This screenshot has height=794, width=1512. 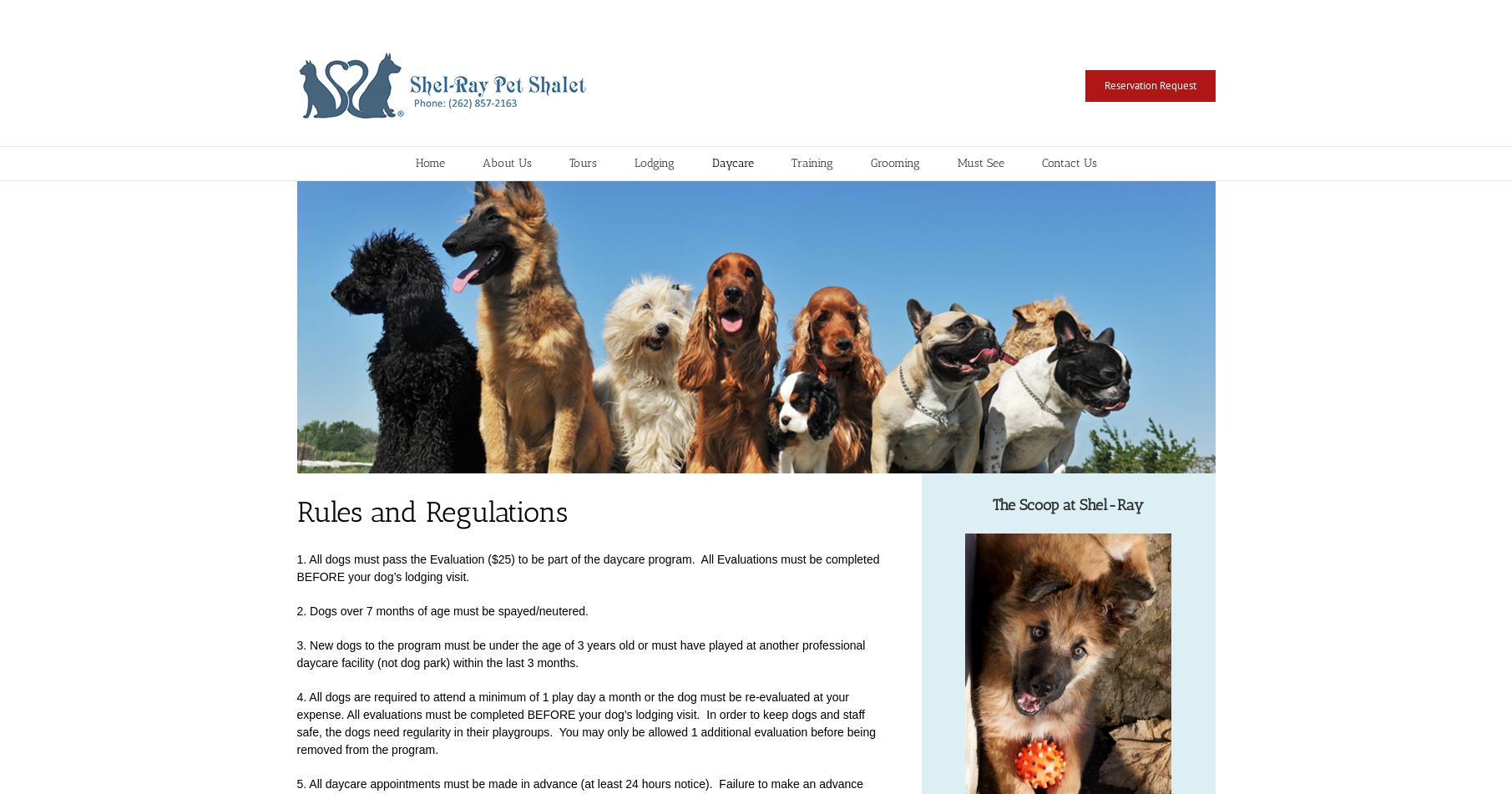 I want to click on 'Testimonials', so click(x=984, y=277).